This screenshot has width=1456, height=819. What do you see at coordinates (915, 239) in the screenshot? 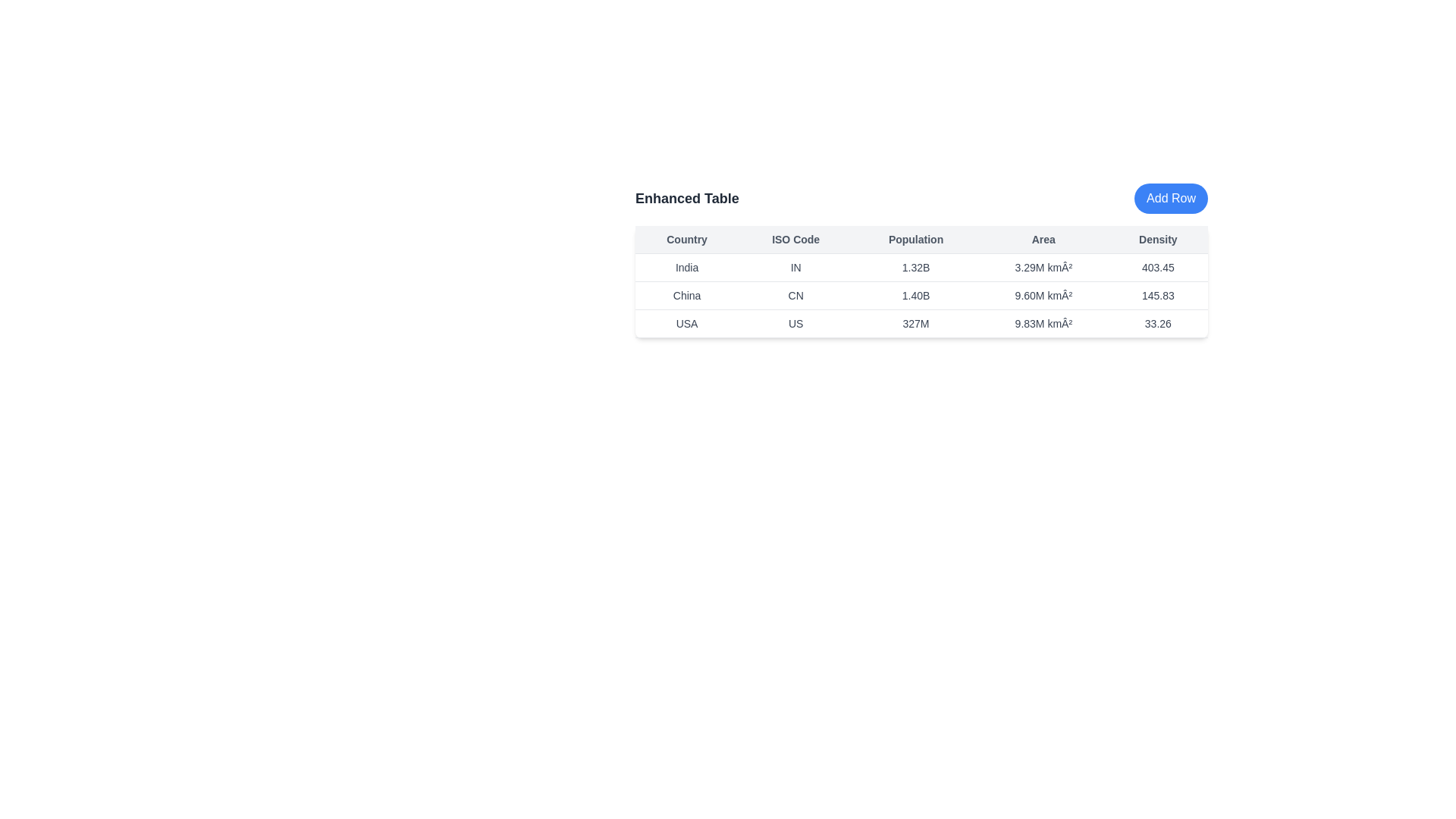
I see `the 'Population' text label which is a bold, gray header in the table, positioned between 'ISO Code' and 'Area'` at bounding box center [915, 239].